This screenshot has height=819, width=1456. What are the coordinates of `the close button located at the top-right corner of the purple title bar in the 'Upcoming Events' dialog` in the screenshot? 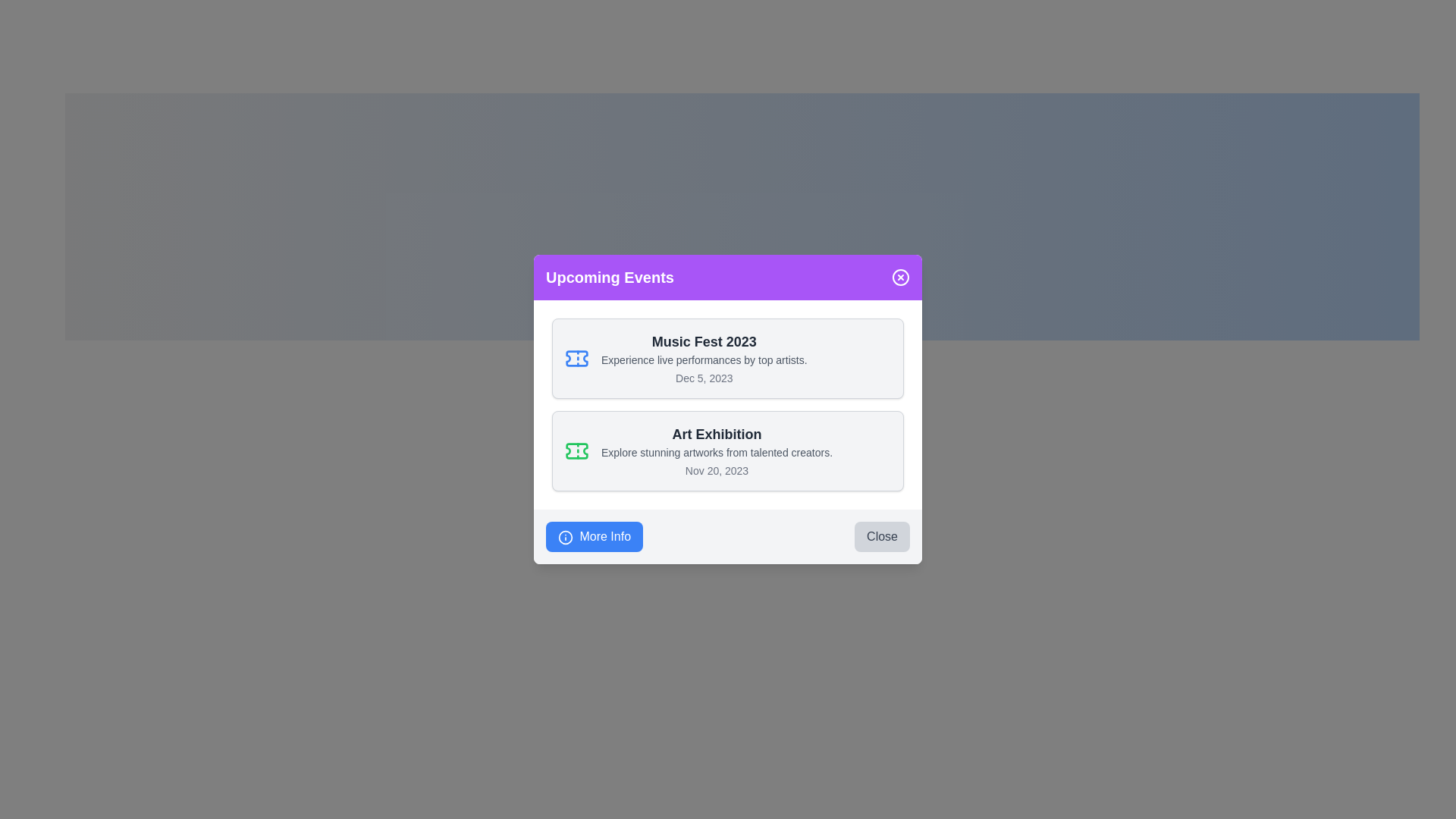 It's located at (901, 278).